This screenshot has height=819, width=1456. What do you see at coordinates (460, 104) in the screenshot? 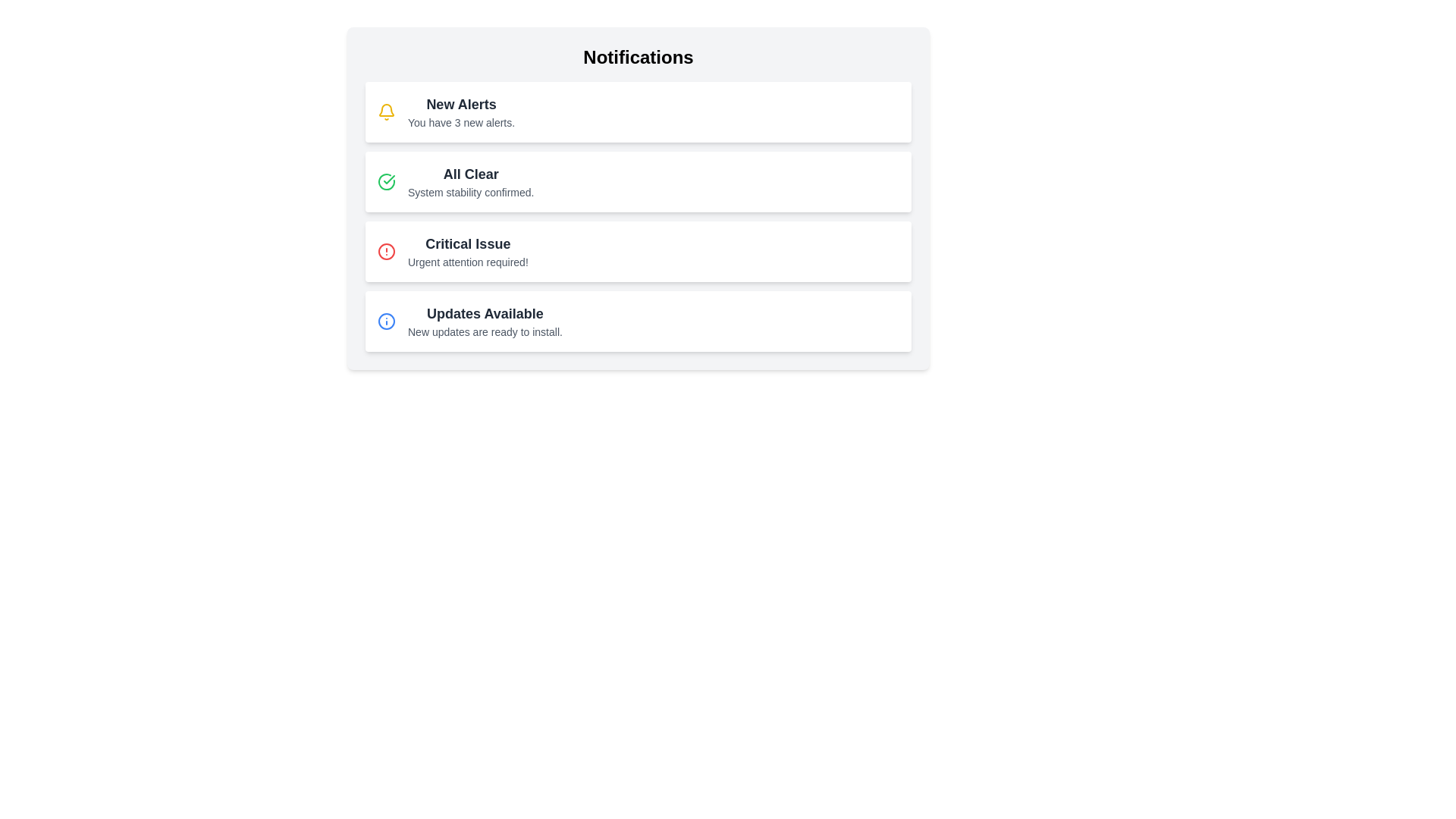
I see `text displayed in the title or headline of the notification item located at the top left corner of the notification card` at bounding box center [460, 104].